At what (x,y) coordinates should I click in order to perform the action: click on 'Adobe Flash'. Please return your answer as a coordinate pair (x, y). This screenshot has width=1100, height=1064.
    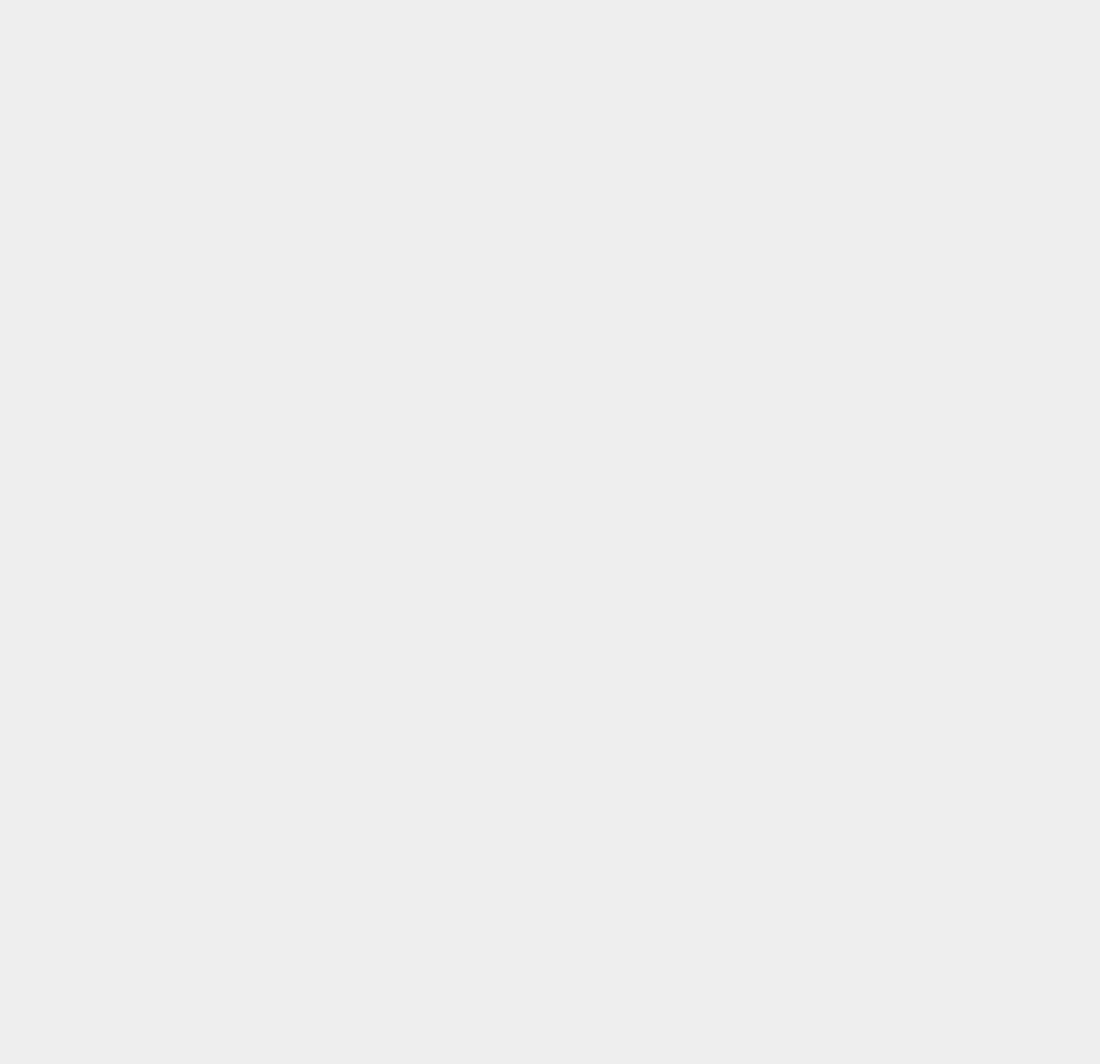
    Looking at the image, I should click on (816, 952).